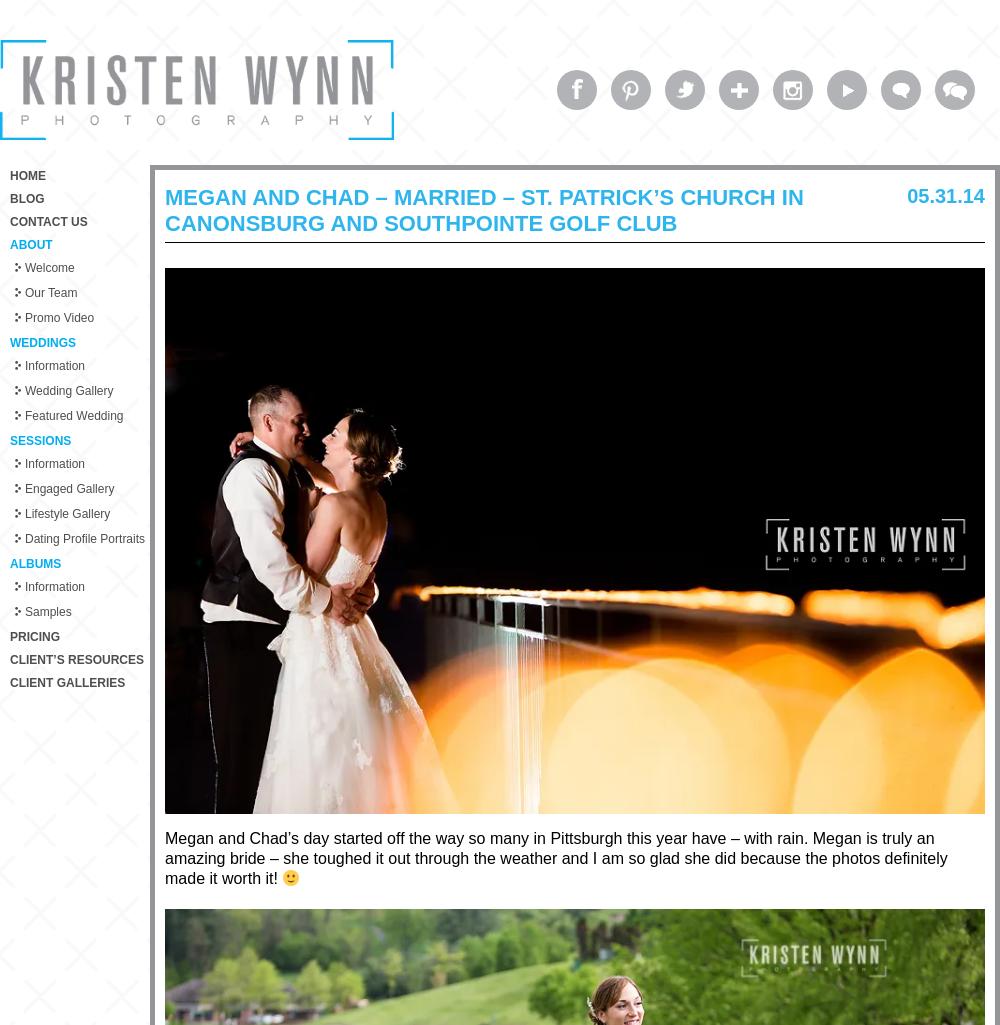  I want to click on 'Weddings', so click(43, 341).